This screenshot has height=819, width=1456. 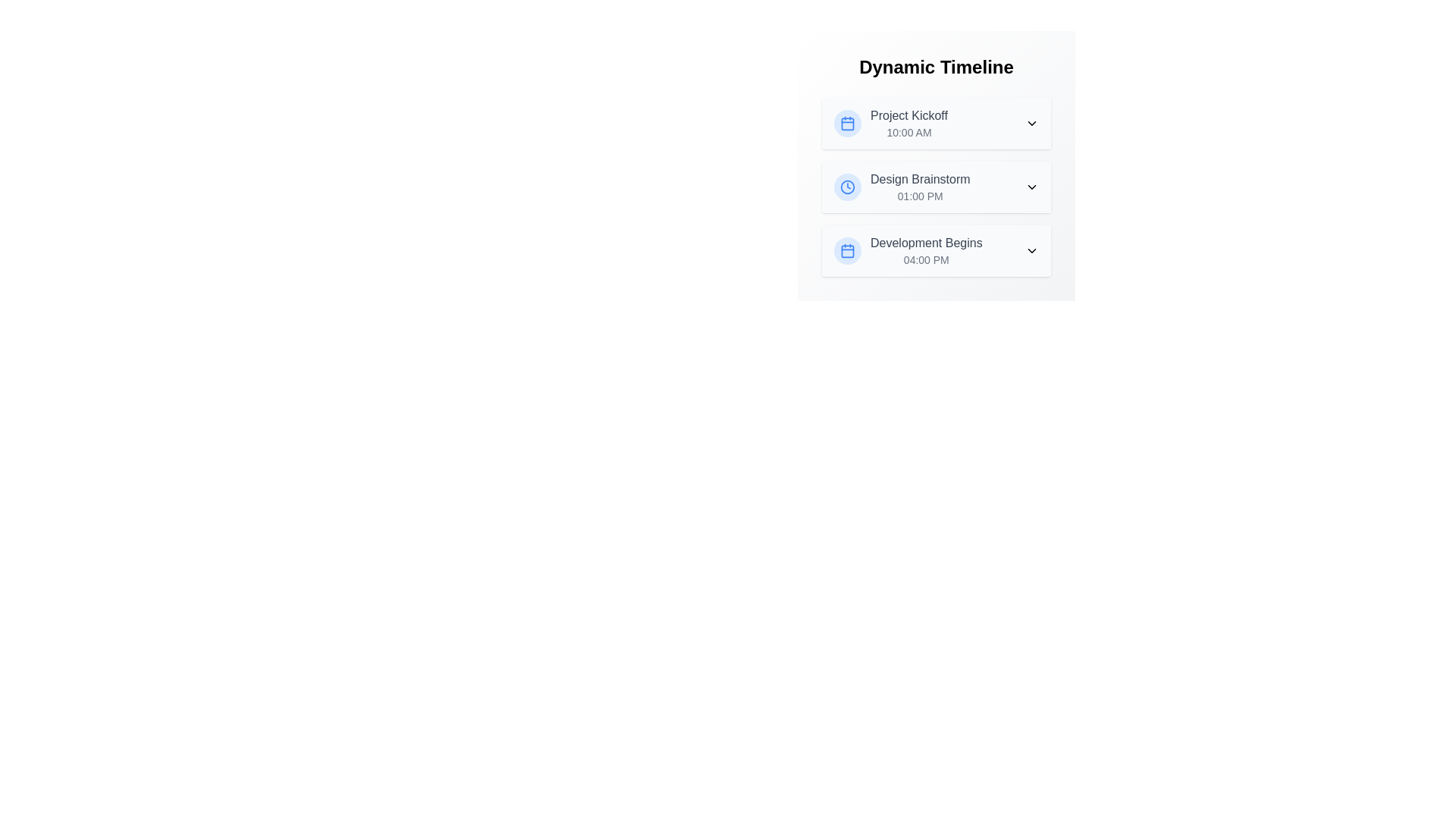 I want to click on displayed information from the text label that informs users about a scheduled event, located to the right of the circular blue calendar icon under the 'Dynamic Timeline' heading, so click(x=909, y=122).